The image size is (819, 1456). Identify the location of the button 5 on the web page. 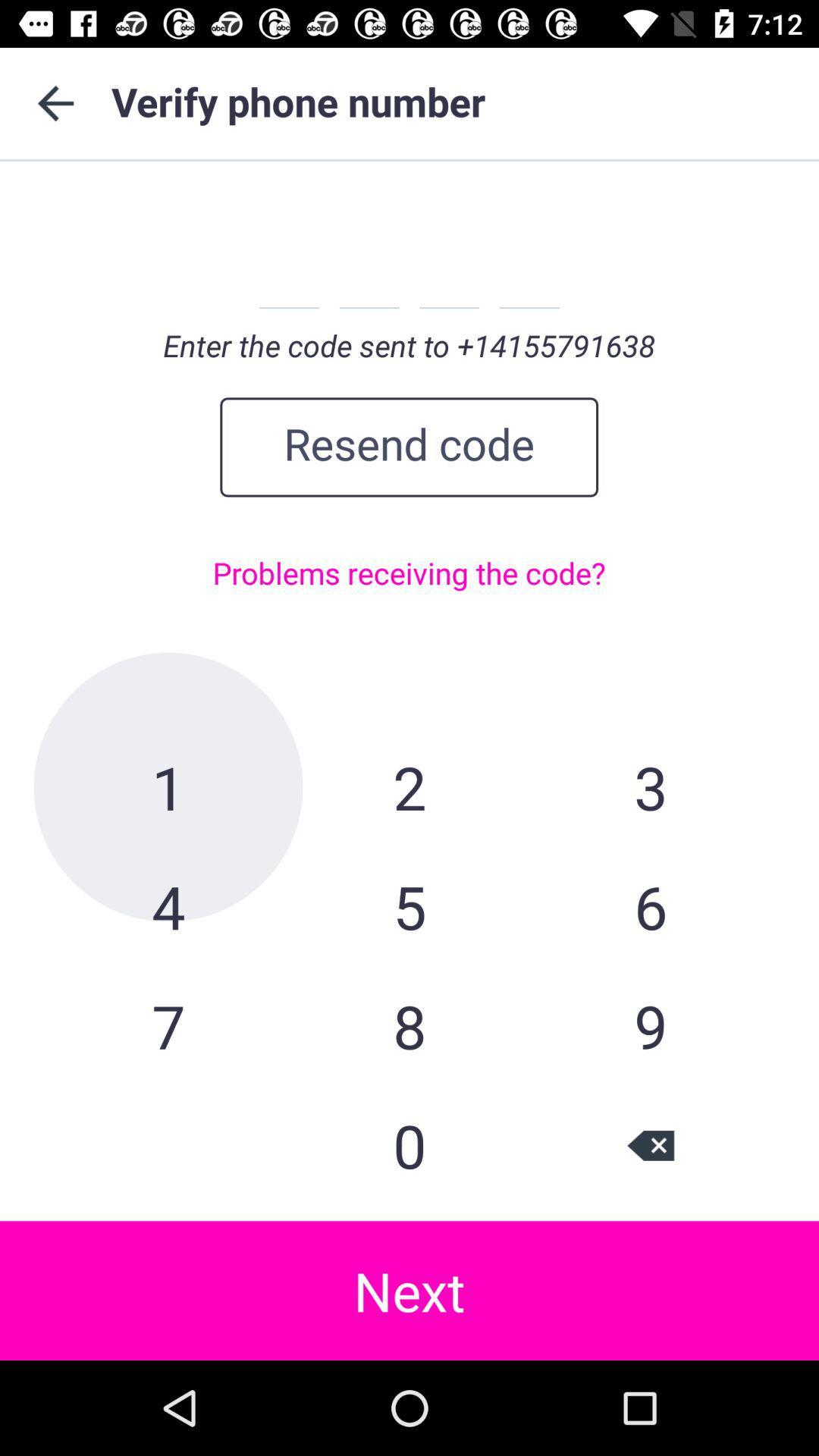
(409, 906).